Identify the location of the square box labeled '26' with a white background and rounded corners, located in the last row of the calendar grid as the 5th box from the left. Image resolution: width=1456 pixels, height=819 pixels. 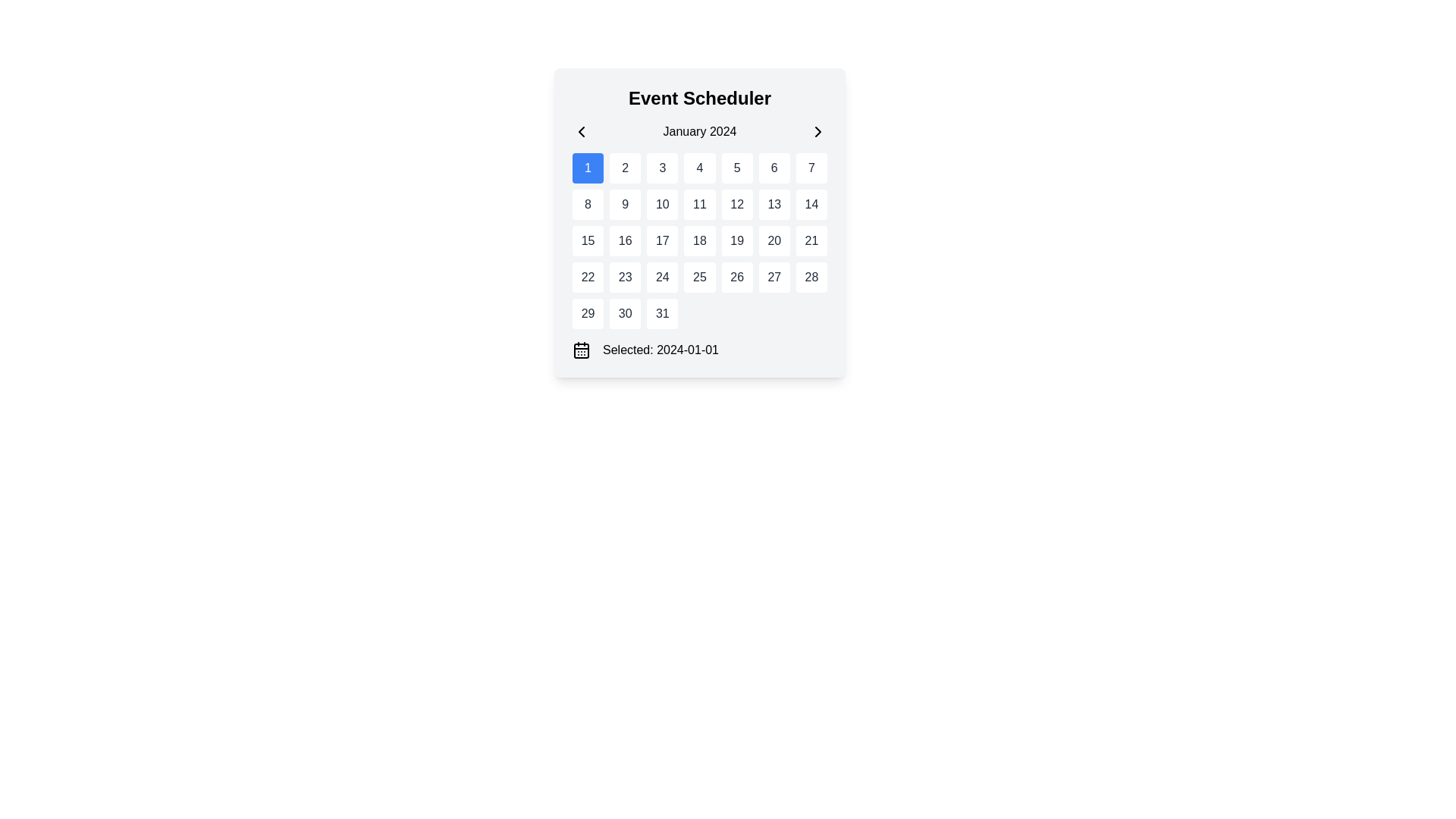
(737, 278).